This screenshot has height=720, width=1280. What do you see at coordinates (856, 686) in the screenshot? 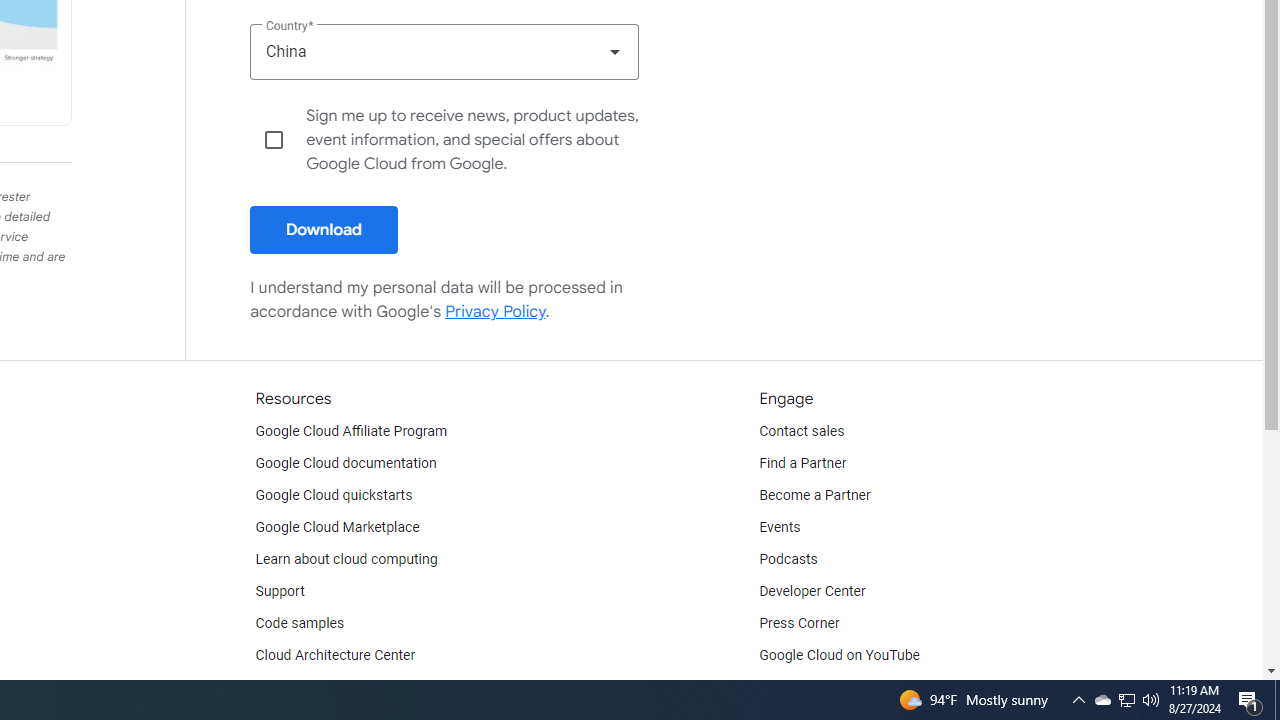
I see `'Google Cloud Tech on YouTube'` at bounding box center [856, 686].